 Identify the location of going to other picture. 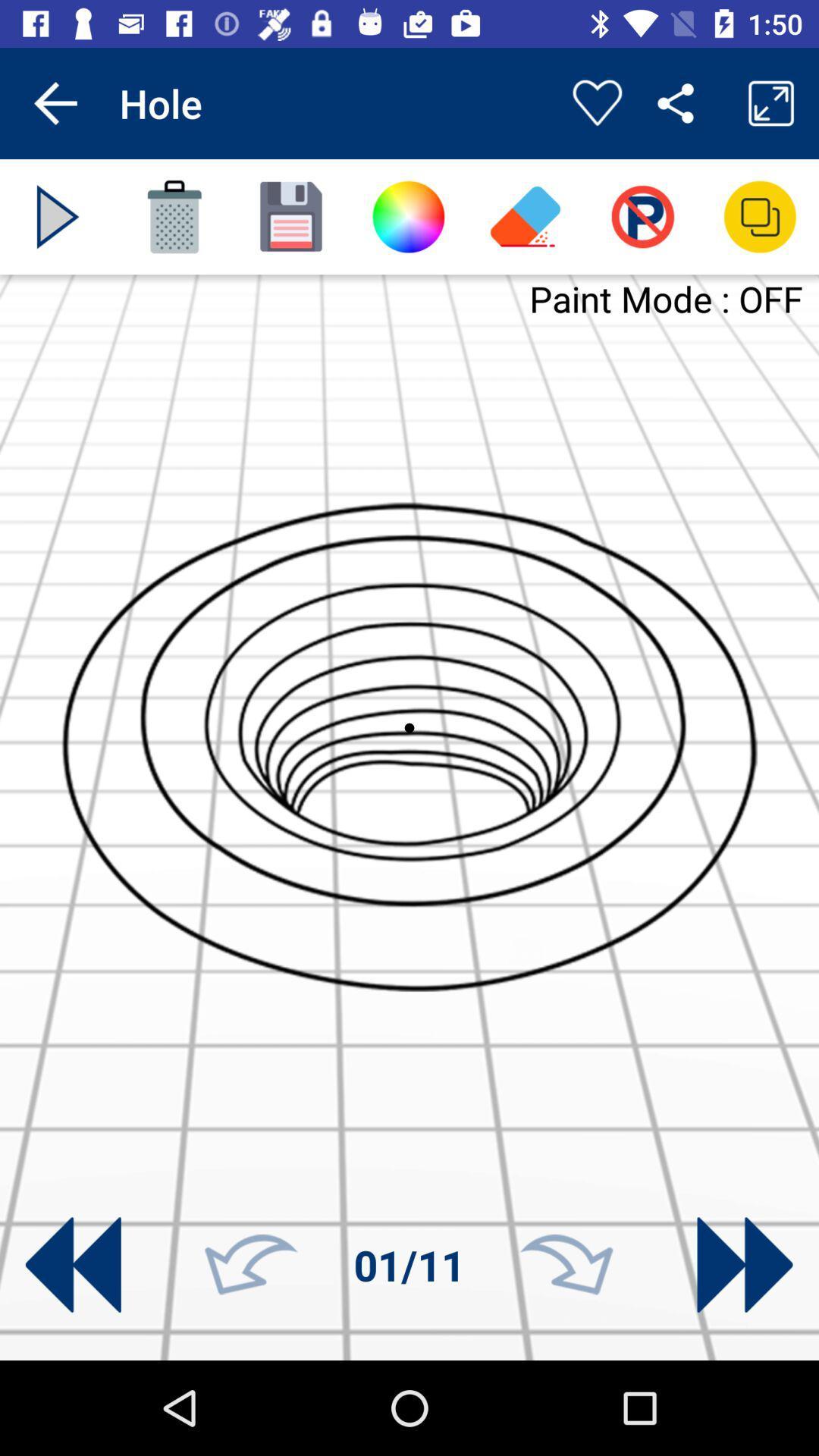
(73, 1265).